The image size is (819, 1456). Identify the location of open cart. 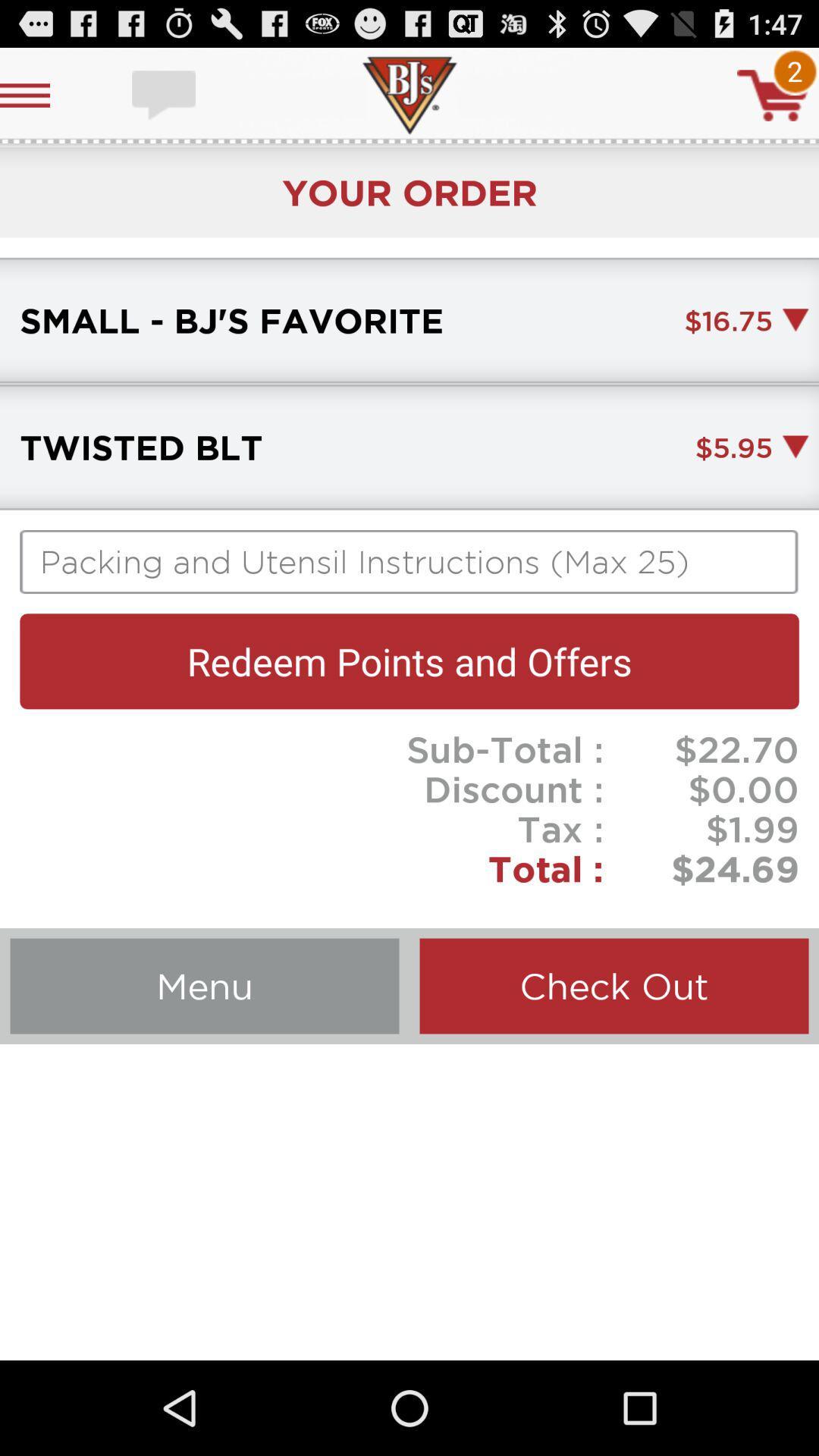
(773, 94).